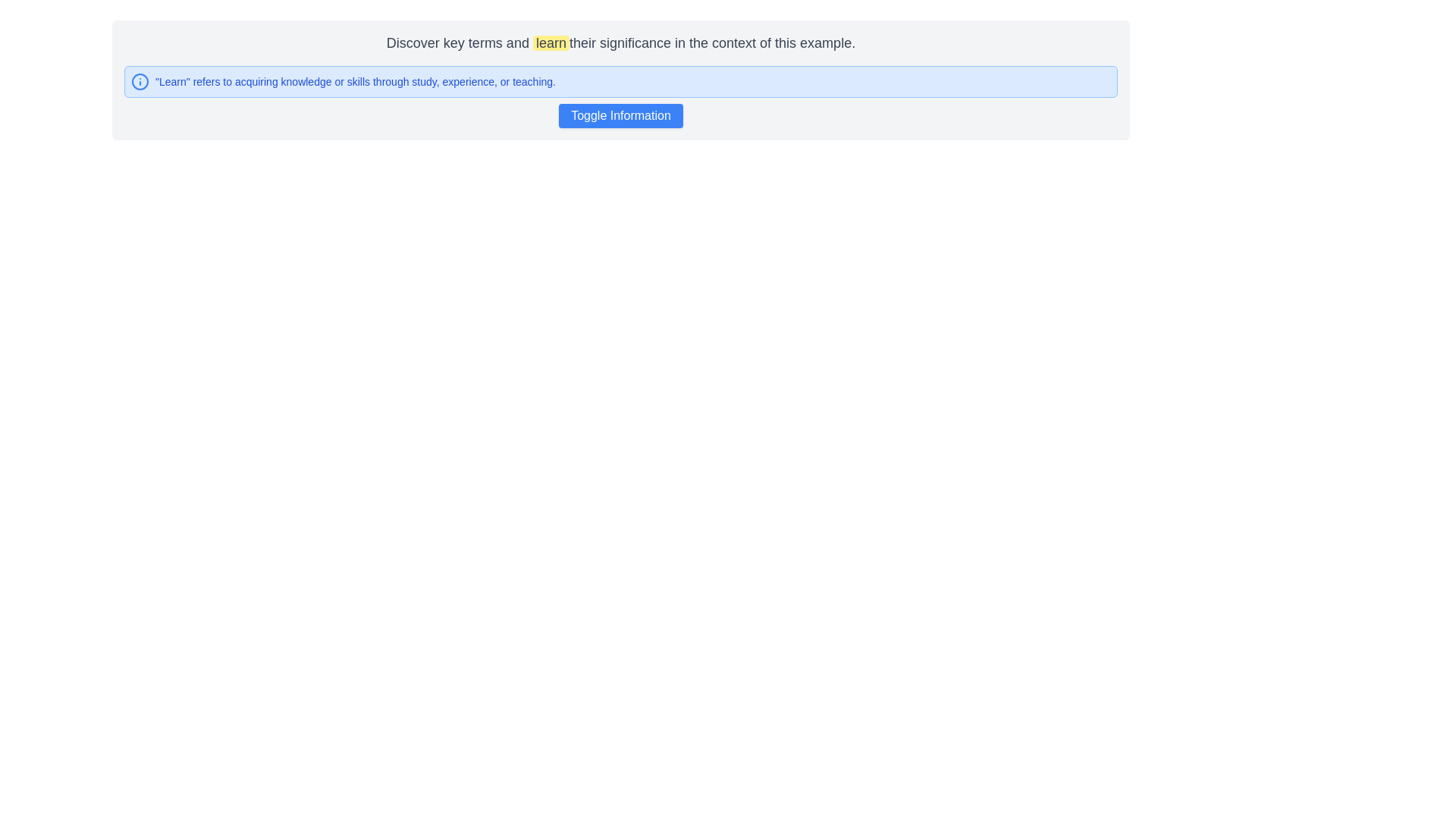 The image size is (1456, 819). I want to click on text emphasizing the word 'learn' which is highlighted with a yellow background in the sentence 'Discover key terms and learn their significance in the context of this example.', so click(550, 42).